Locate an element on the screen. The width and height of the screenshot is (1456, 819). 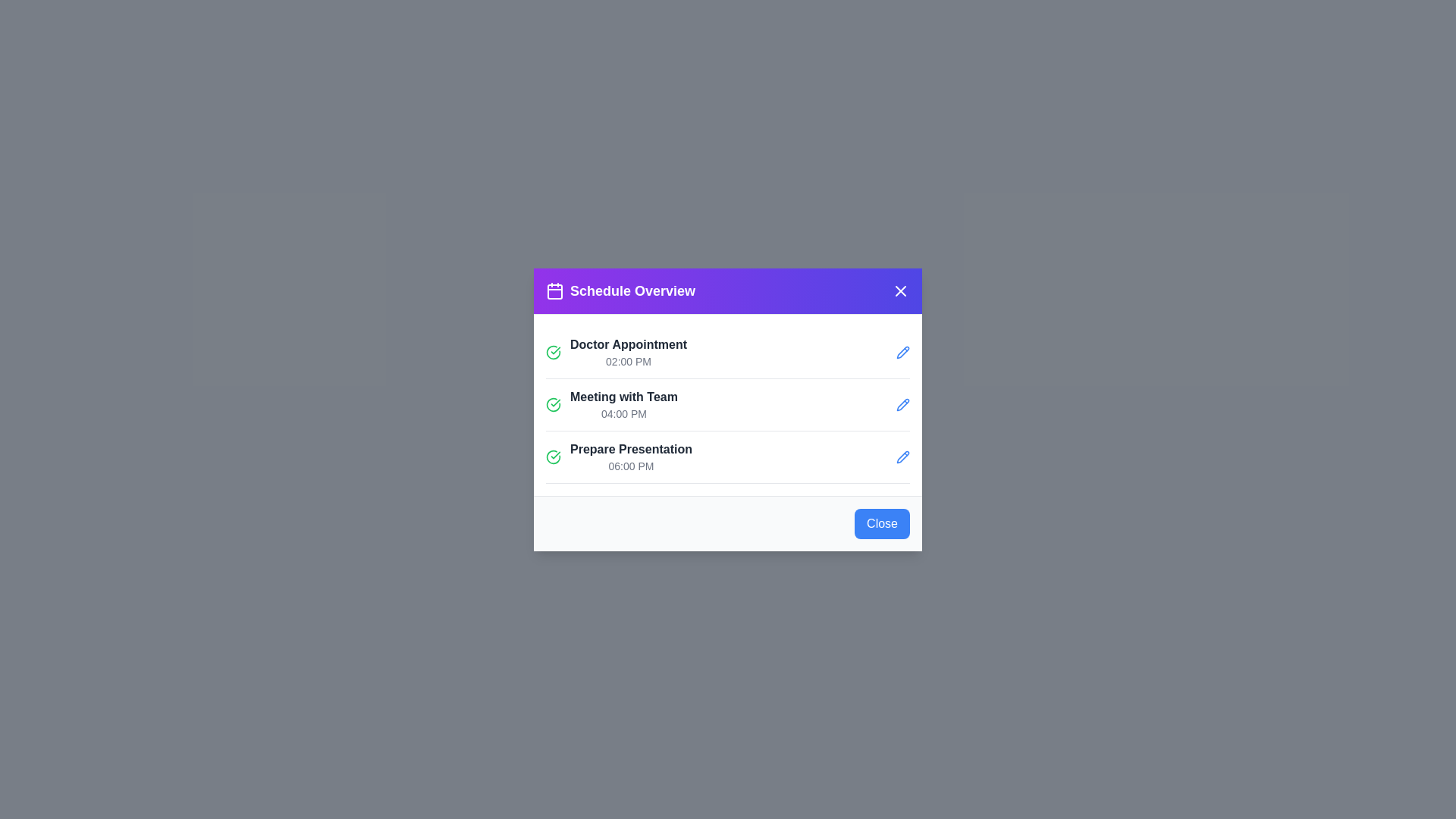
the green circular check icon with a checkmark inside, located to the left of the 'Doctor Appointment' text is located at coordinates (552, 352).